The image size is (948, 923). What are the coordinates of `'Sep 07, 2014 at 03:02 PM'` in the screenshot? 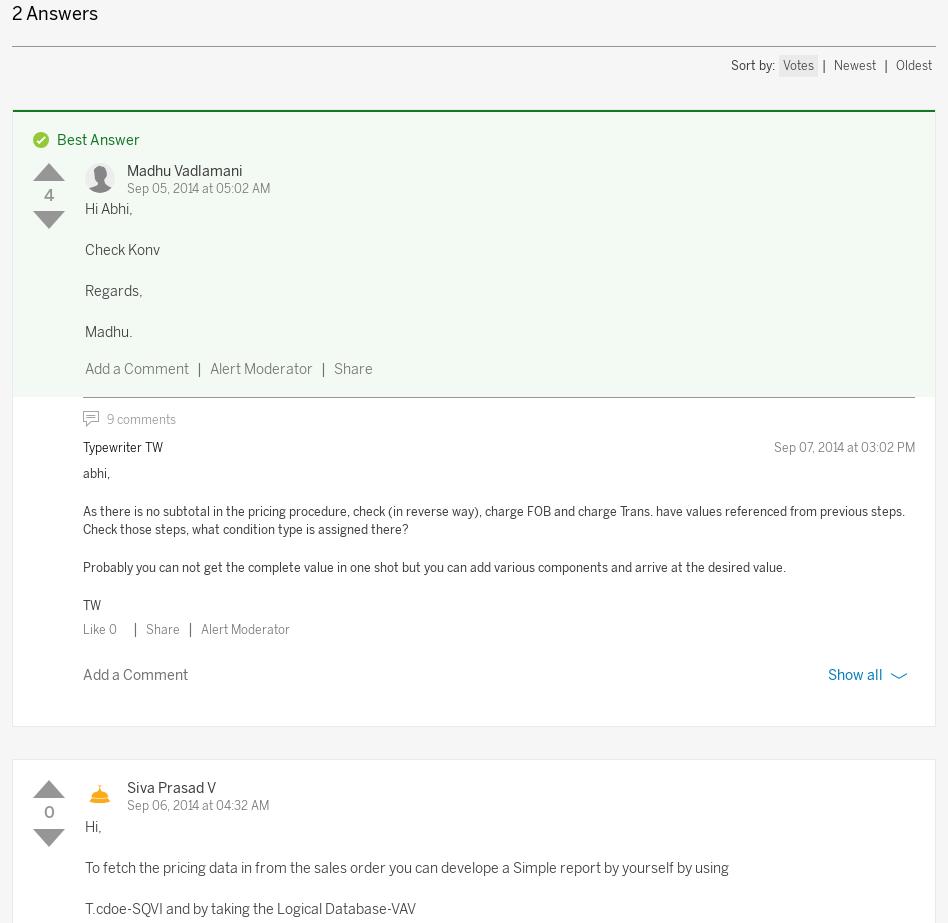 It's located at (774, 448).